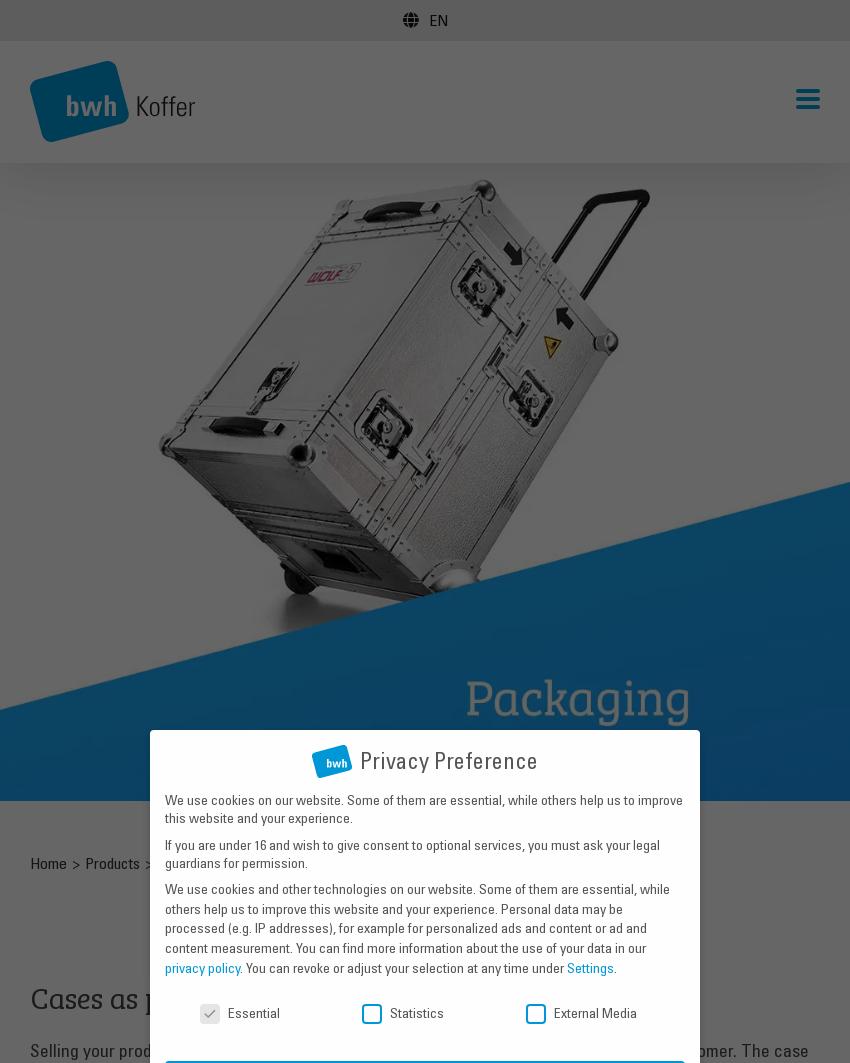  Describe the element at coordinates (363, 29) in the screenshot. I see `'Verpackung'` at that location.